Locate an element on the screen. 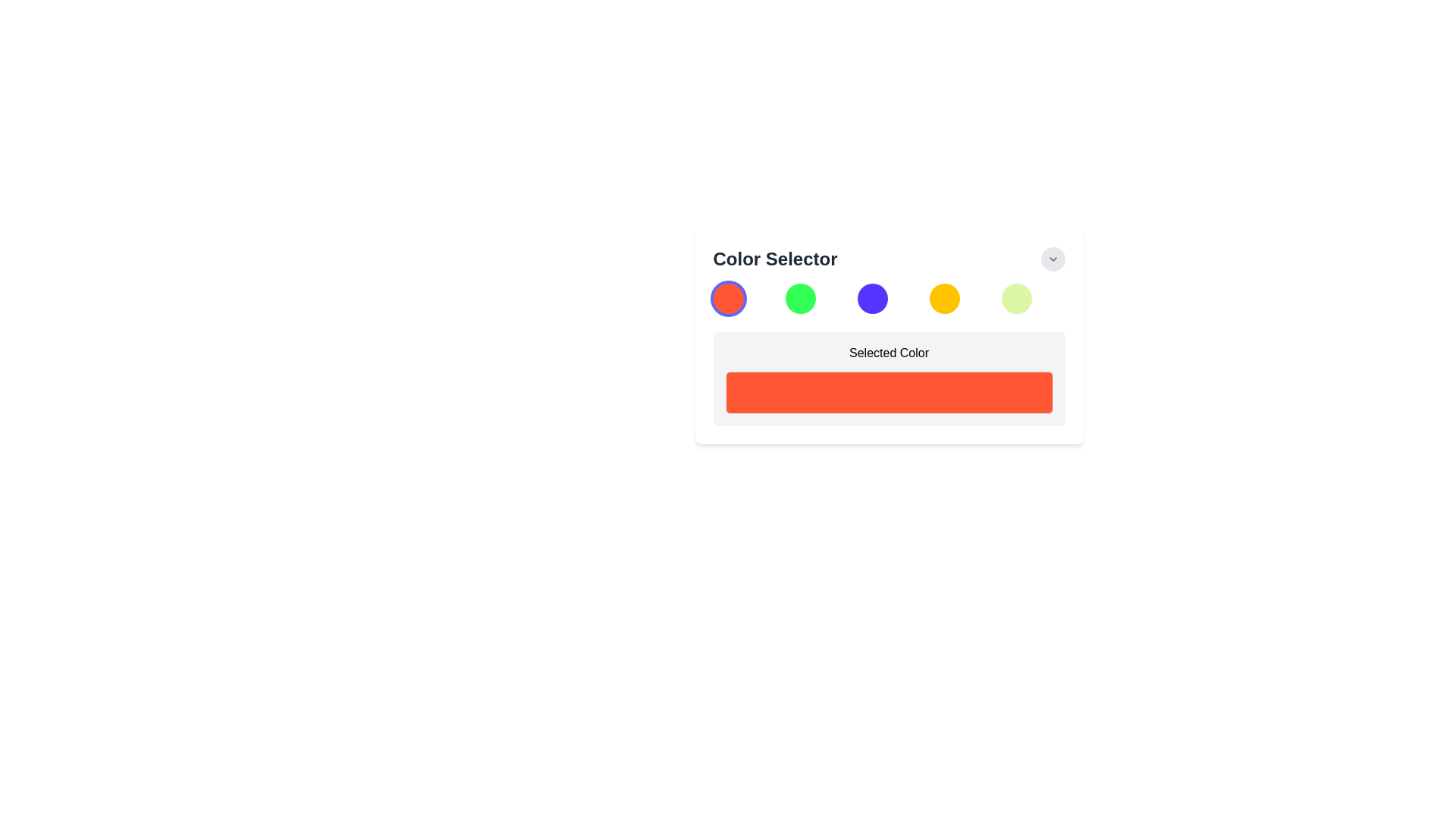  the yellow color selection button, which is the fourth button from the left in a grid layout is located at coordinates (944, 298).